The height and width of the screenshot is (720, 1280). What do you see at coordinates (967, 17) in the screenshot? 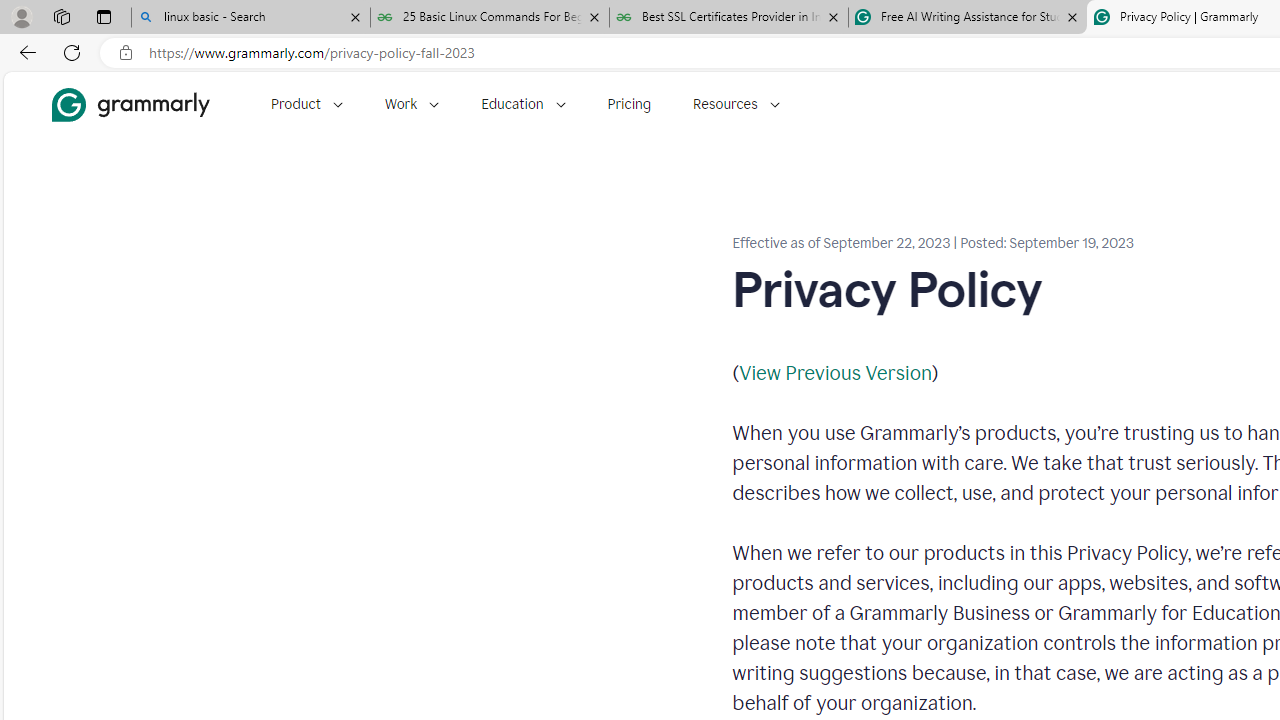
I see `'Free AI Writing Assistance for Students | Grammarly'` at bounding box center [967, 17].